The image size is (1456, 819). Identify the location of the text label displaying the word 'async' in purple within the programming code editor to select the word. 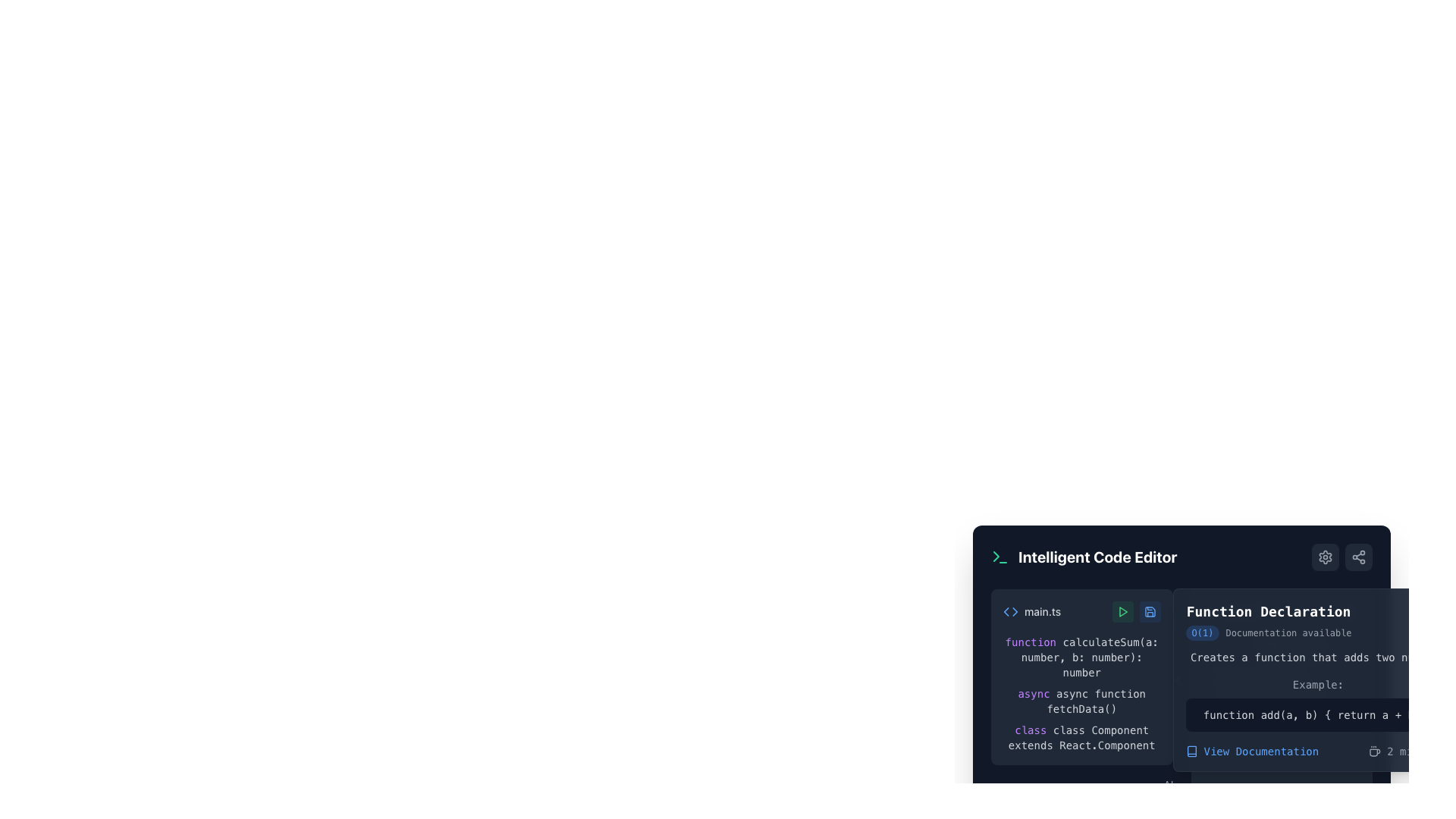
(1033, 693).